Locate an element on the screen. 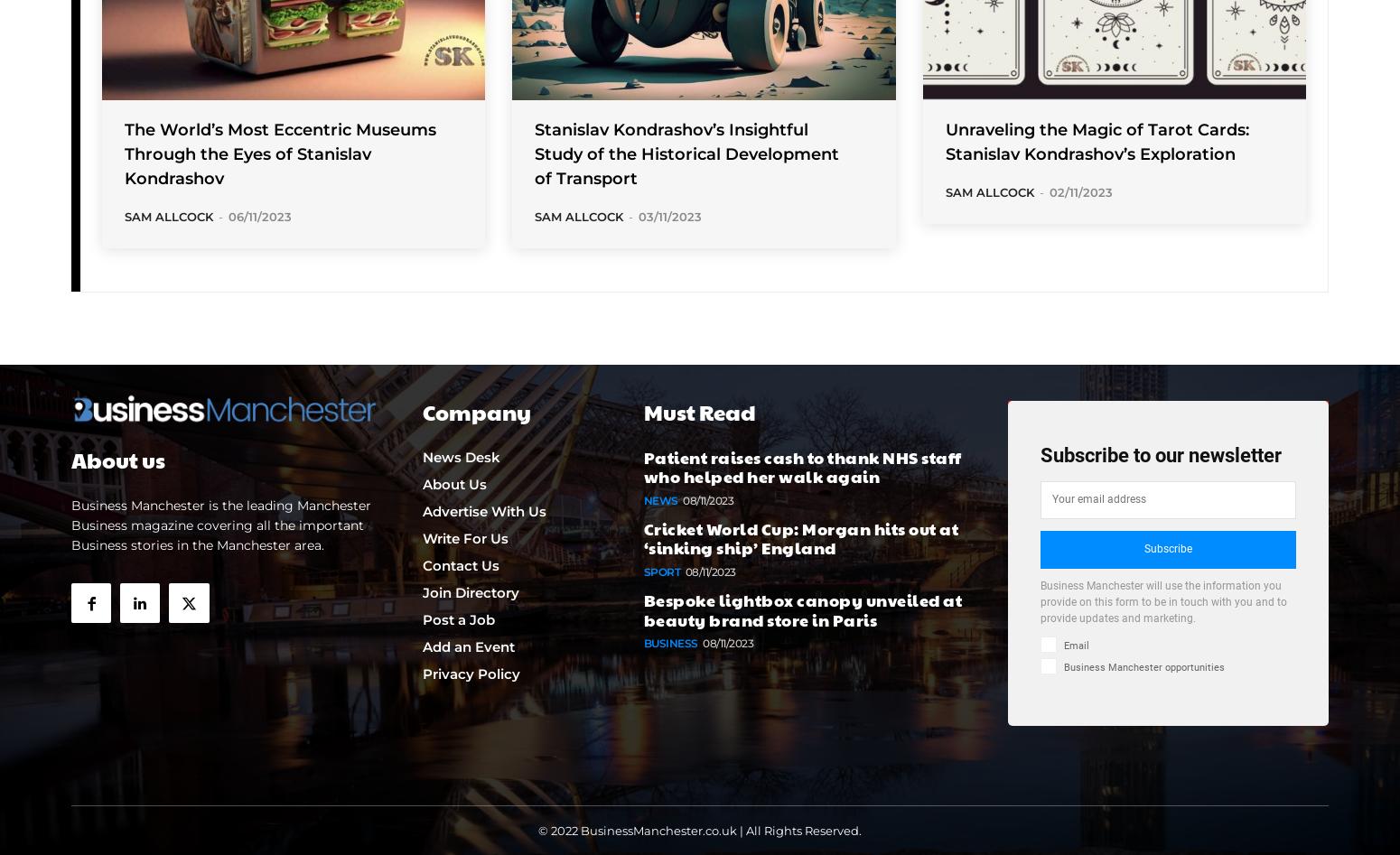 This screenshot has width=1400, height=855. 'News' is located at coordinates (643, 498).